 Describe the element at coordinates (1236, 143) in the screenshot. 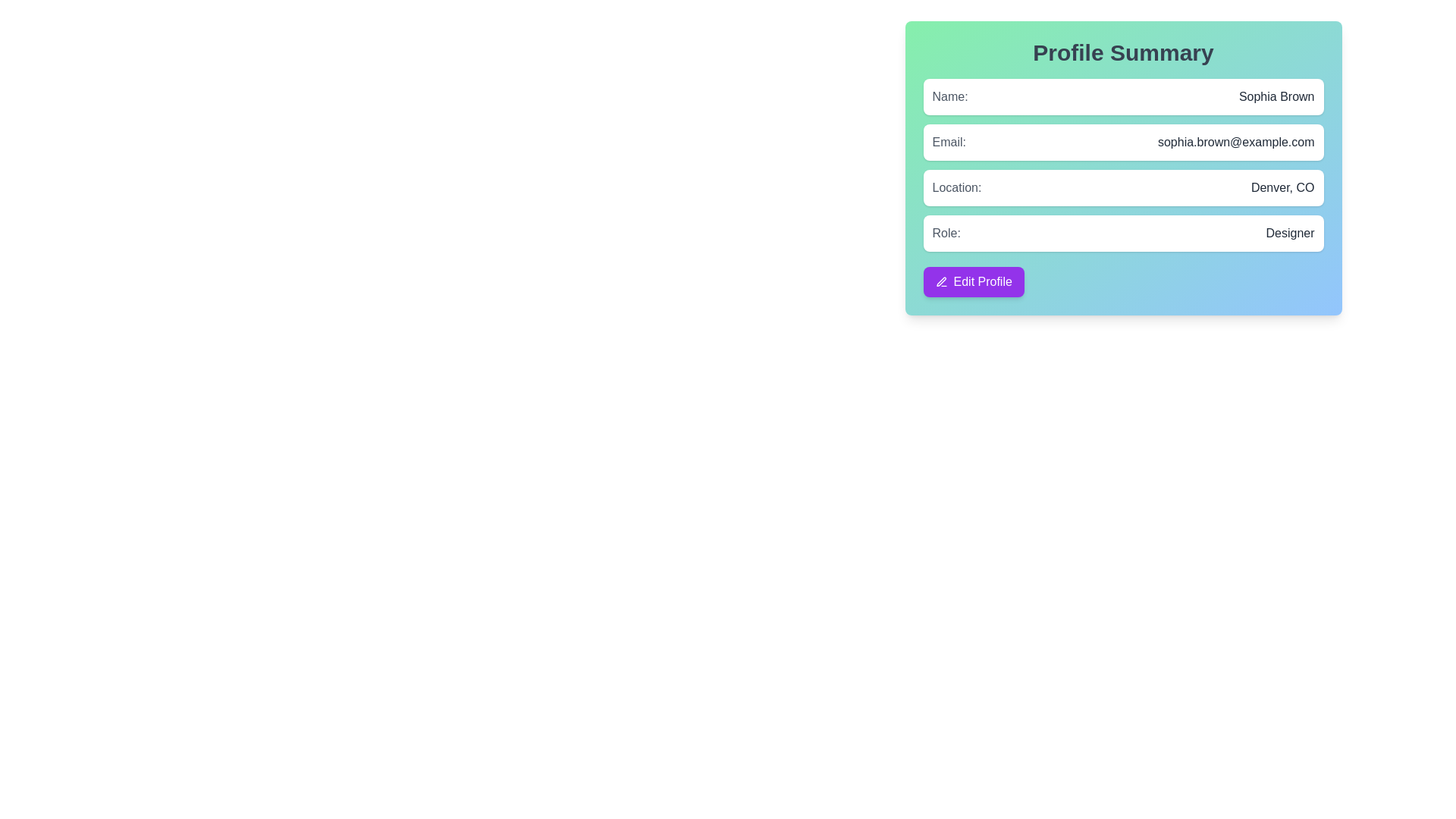

I see `on the Text Display element that shows the user's email address, which is located in the 'Email' section of the profile summary card, right next` at that location.